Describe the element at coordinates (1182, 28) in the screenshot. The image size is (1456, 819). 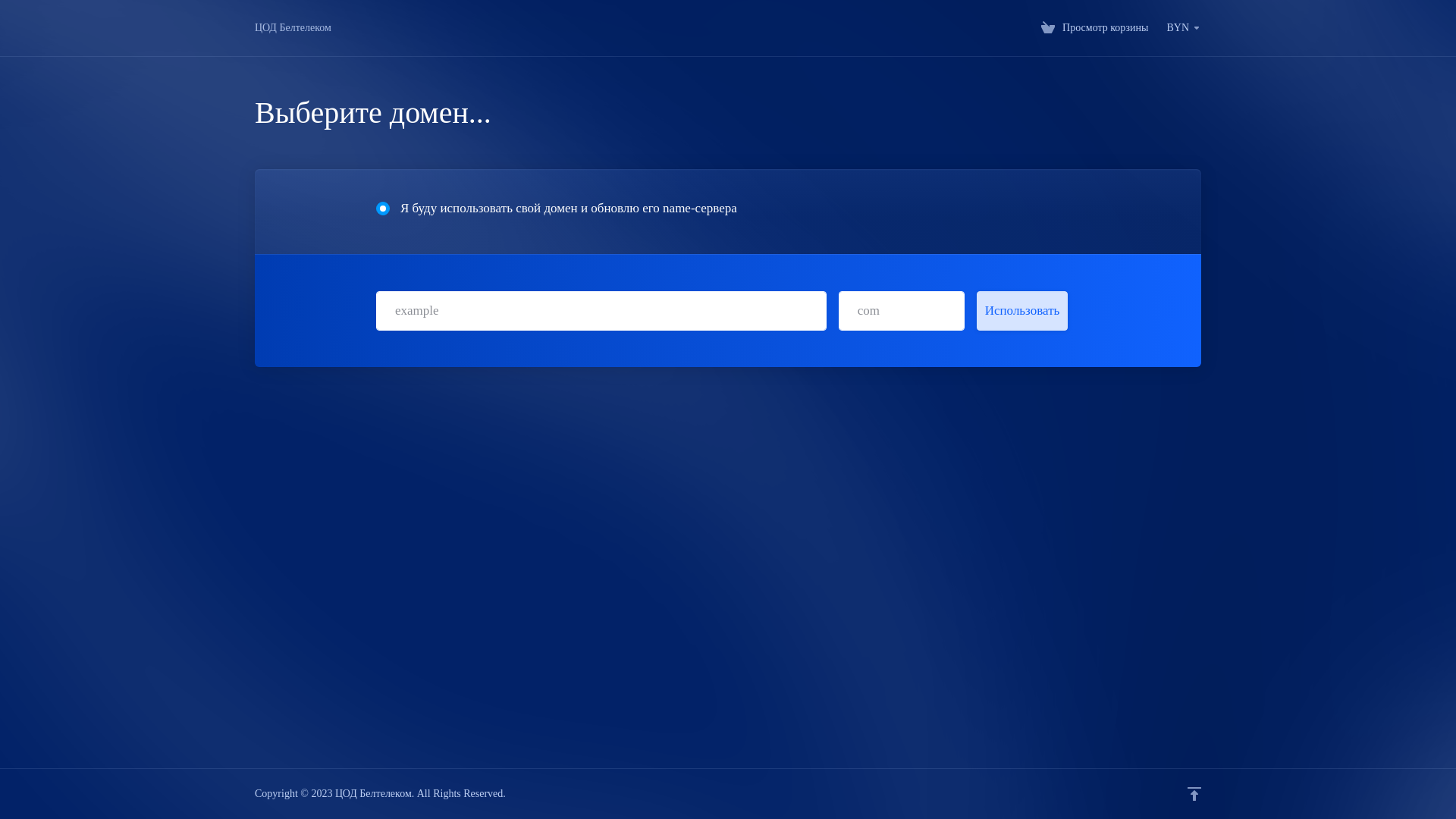
I see `'BYN'` at that location.